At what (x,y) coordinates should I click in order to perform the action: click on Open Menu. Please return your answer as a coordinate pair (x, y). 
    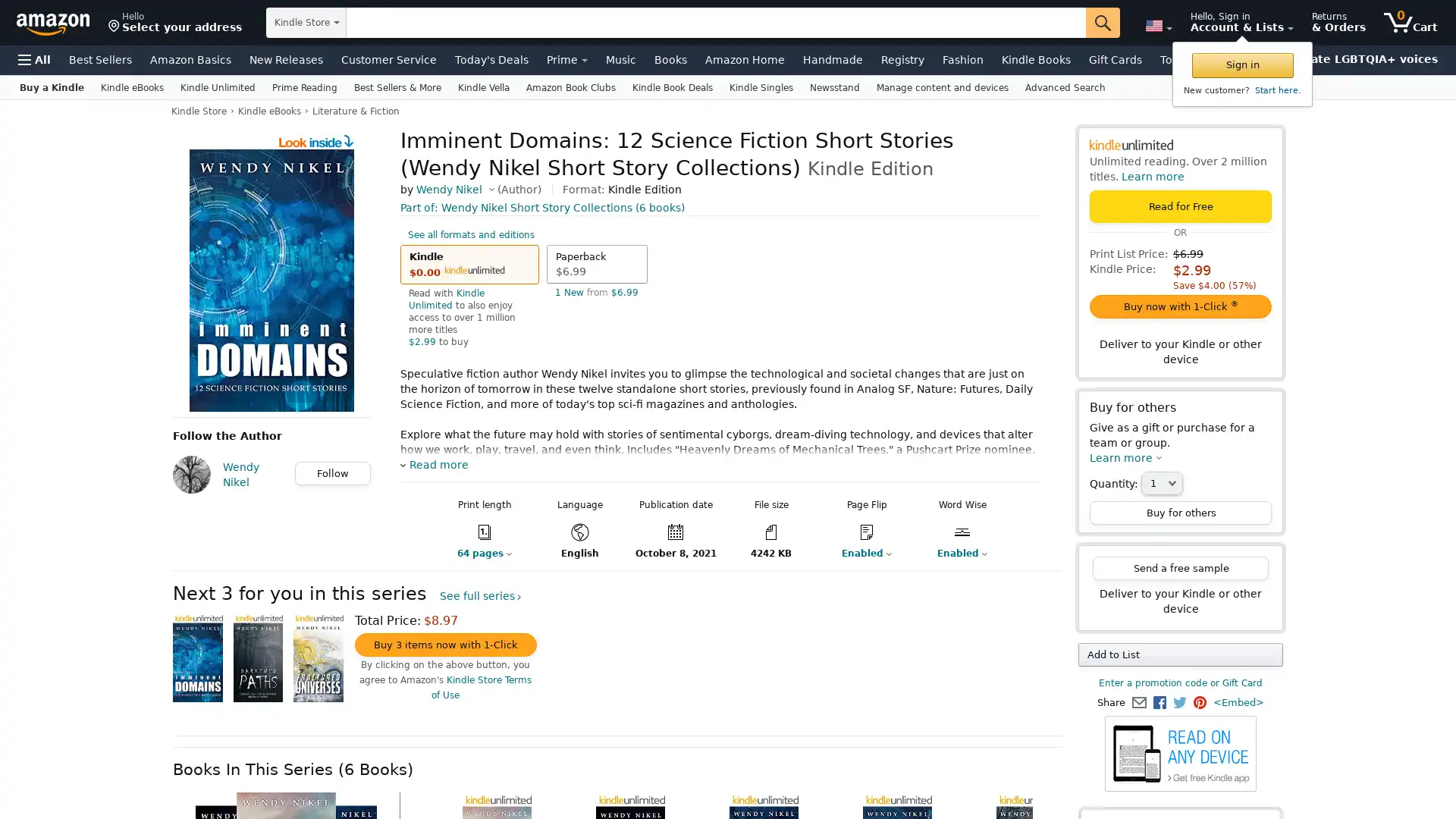
    Looking at the image, I should click on (34, 58).